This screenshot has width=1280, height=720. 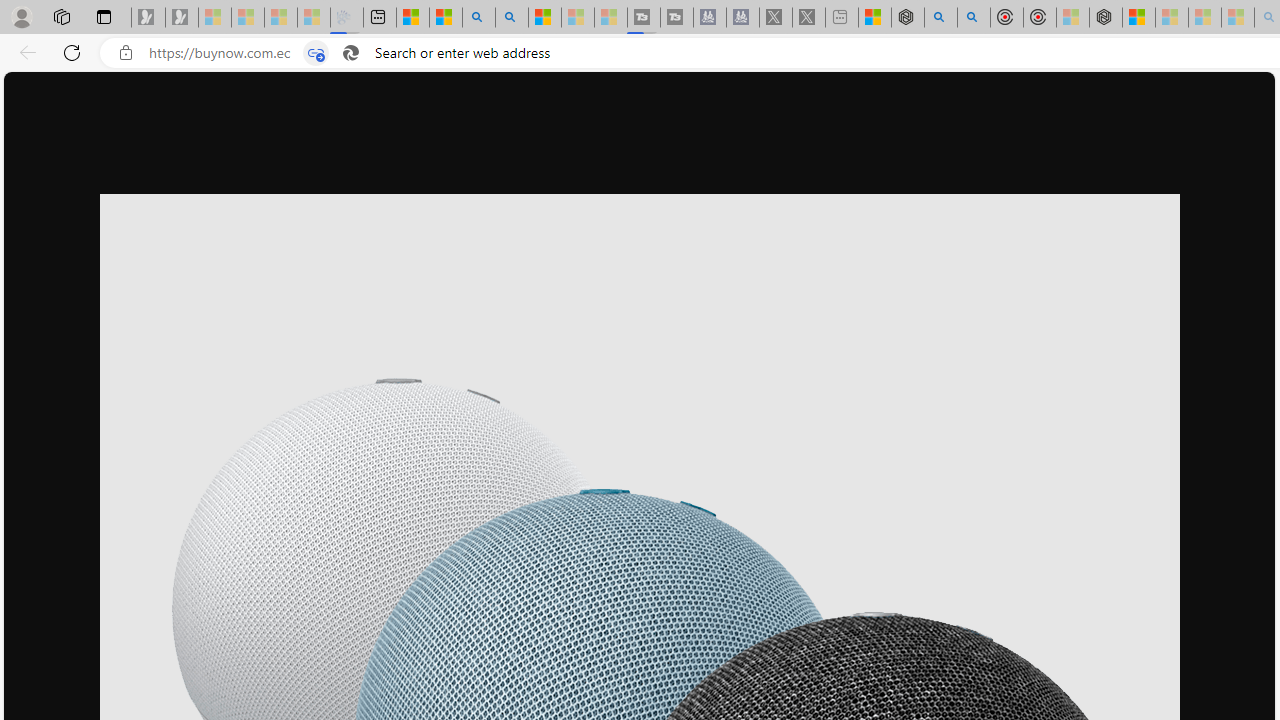 What do you see at coordinates (1105, 17) in the screenshot?
I see `'Nordace - Nordace Siena Is Not An Ordinary Backpack'` at bounding box center [1105, 17].